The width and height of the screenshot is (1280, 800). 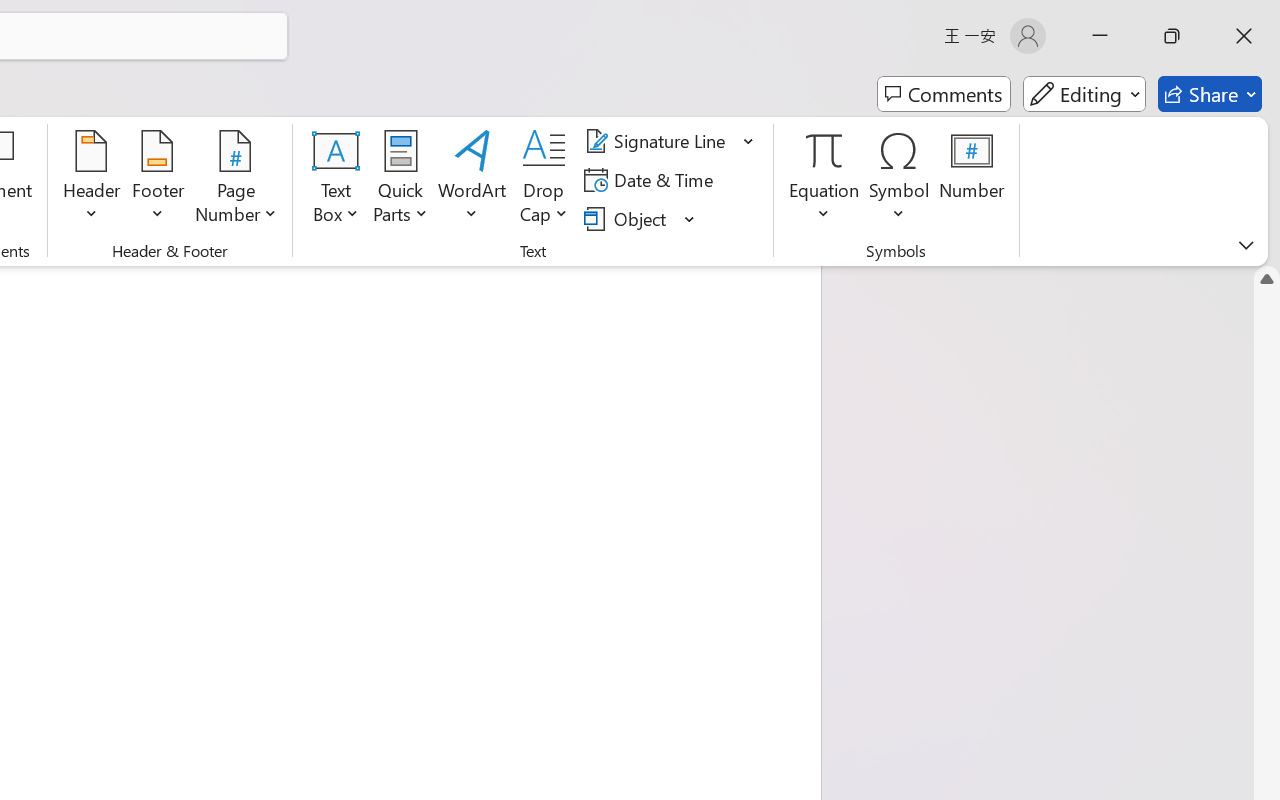 What do you see at coordinates (1266, 278) in the screenshot?
I see `'Line up'` at bounding box center [1266, 278].